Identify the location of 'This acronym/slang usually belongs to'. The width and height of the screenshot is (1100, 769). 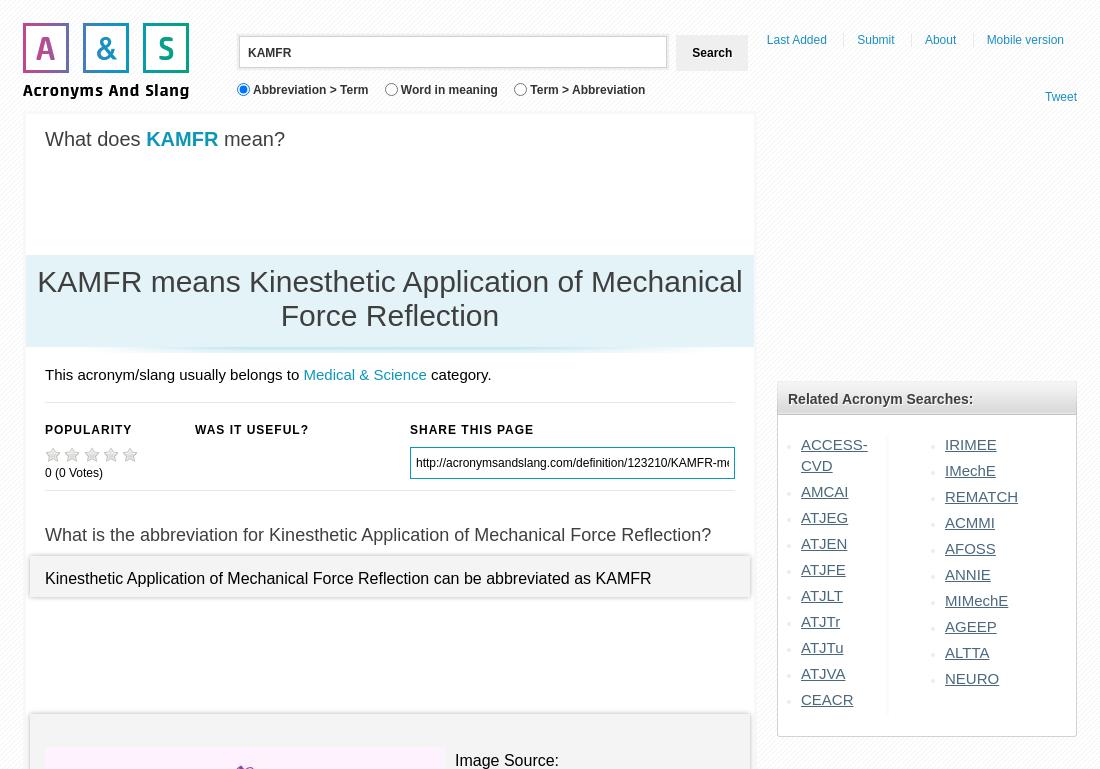
(43, 373).